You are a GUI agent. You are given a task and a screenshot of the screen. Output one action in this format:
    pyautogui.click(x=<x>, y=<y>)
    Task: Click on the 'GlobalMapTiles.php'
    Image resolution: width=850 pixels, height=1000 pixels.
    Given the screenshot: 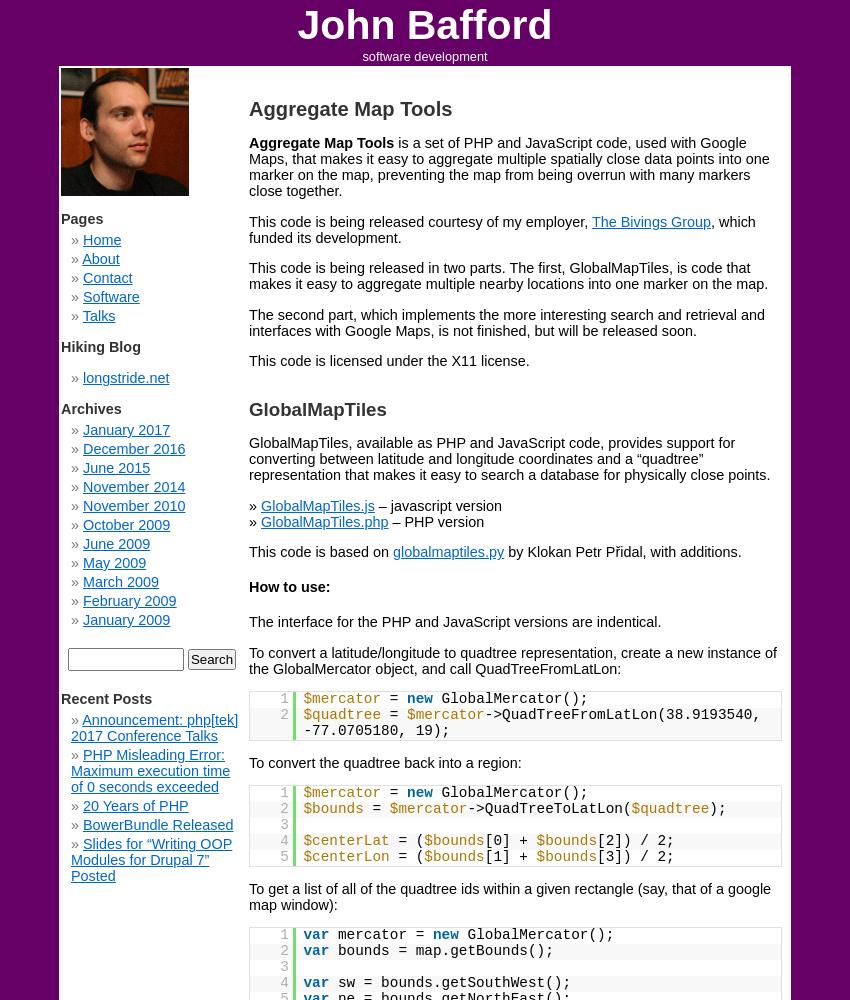 What is the action you would take?
    pyautogui.click(x=324, y=521)
    